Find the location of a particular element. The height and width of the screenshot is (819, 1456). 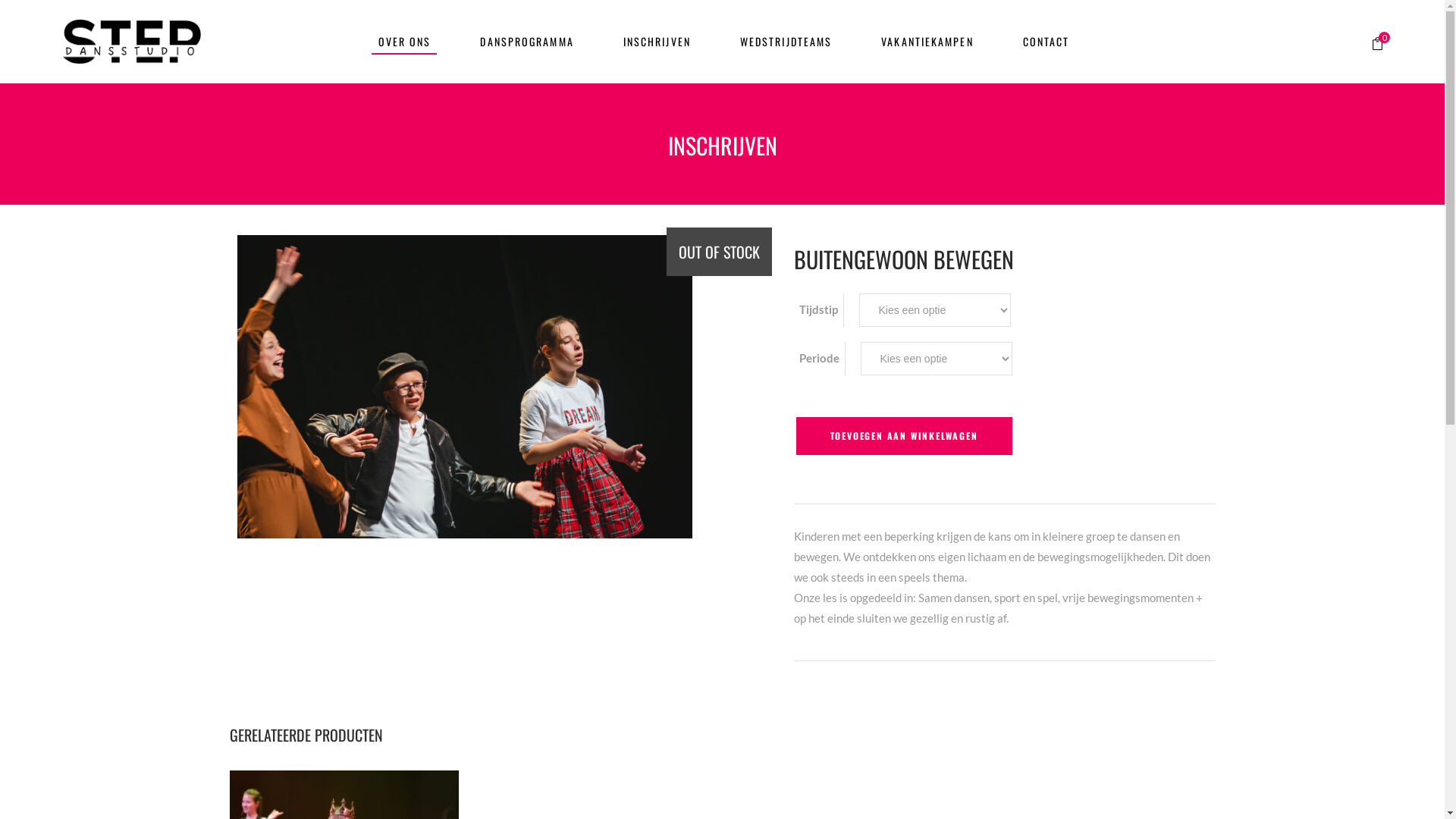

'CONTACT' is located at coordinates (1045, 40).